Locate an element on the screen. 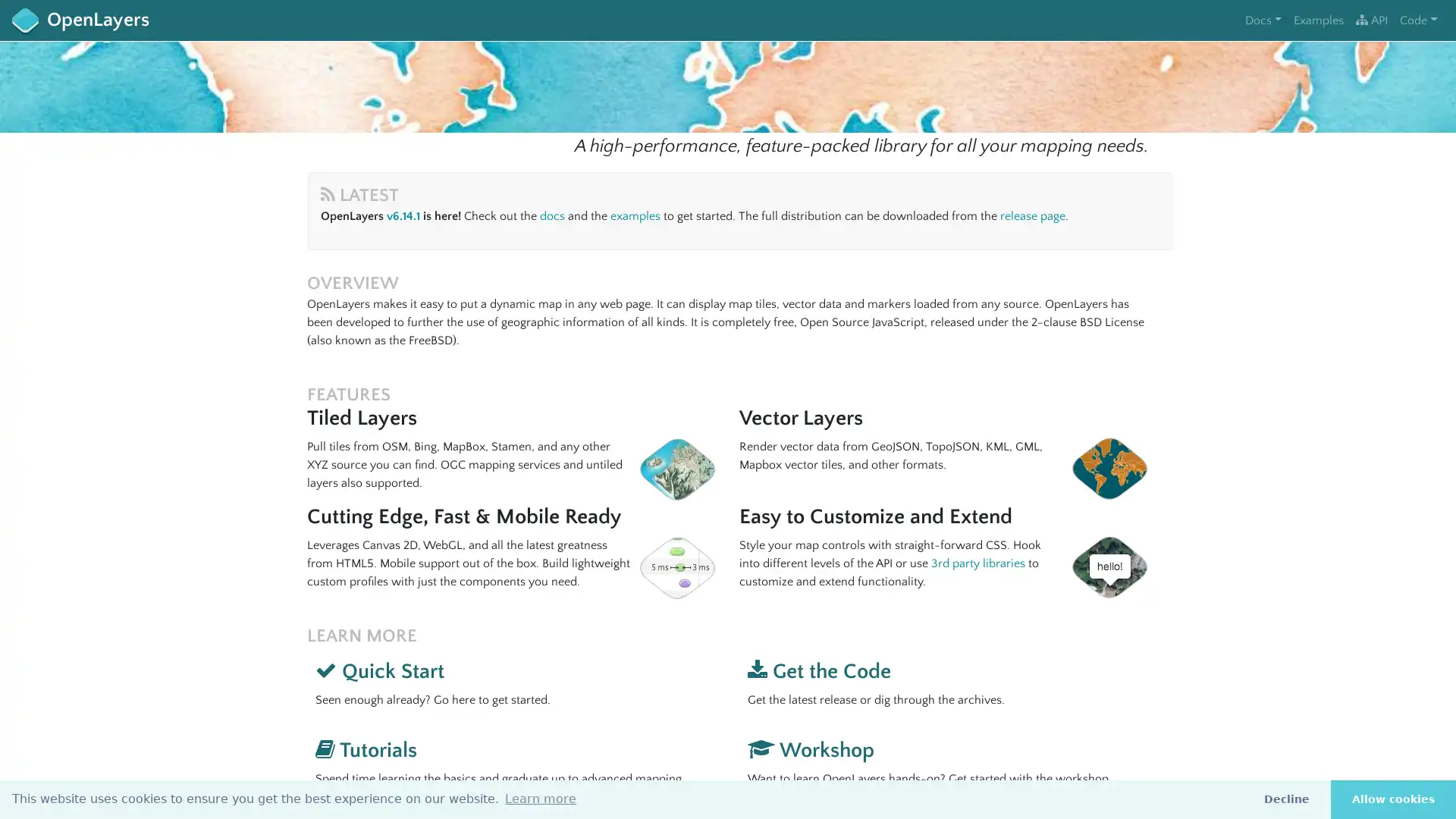 The image size is (1456, 819). + is located at coordinates (17, 58).